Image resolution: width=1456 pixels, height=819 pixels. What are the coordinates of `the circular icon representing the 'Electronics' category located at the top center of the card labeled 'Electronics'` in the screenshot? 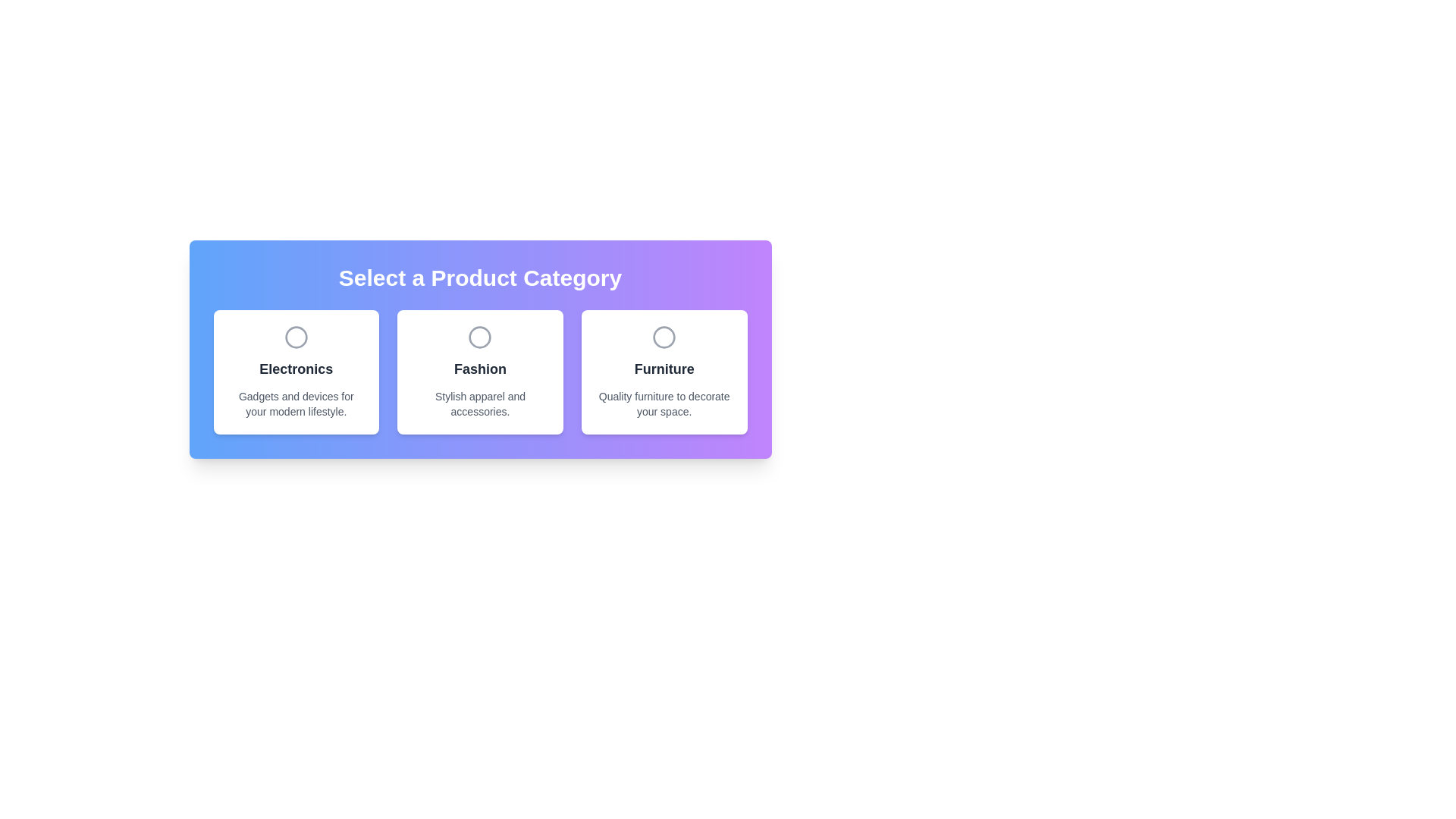 It's located at (296, 336).